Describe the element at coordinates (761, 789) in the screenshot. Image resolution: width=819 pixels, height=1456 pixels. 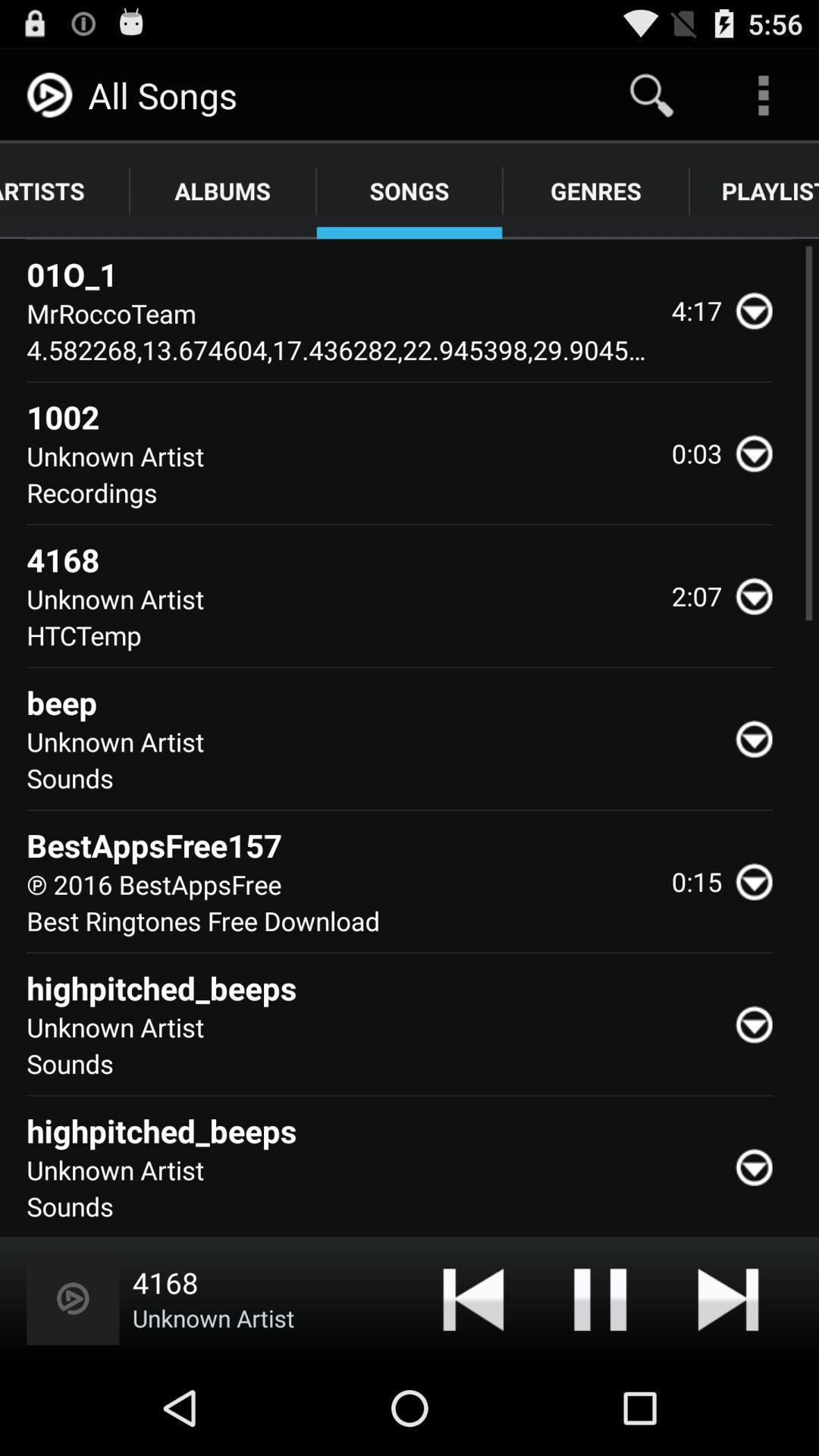
I see `the visibility icon` at that location.